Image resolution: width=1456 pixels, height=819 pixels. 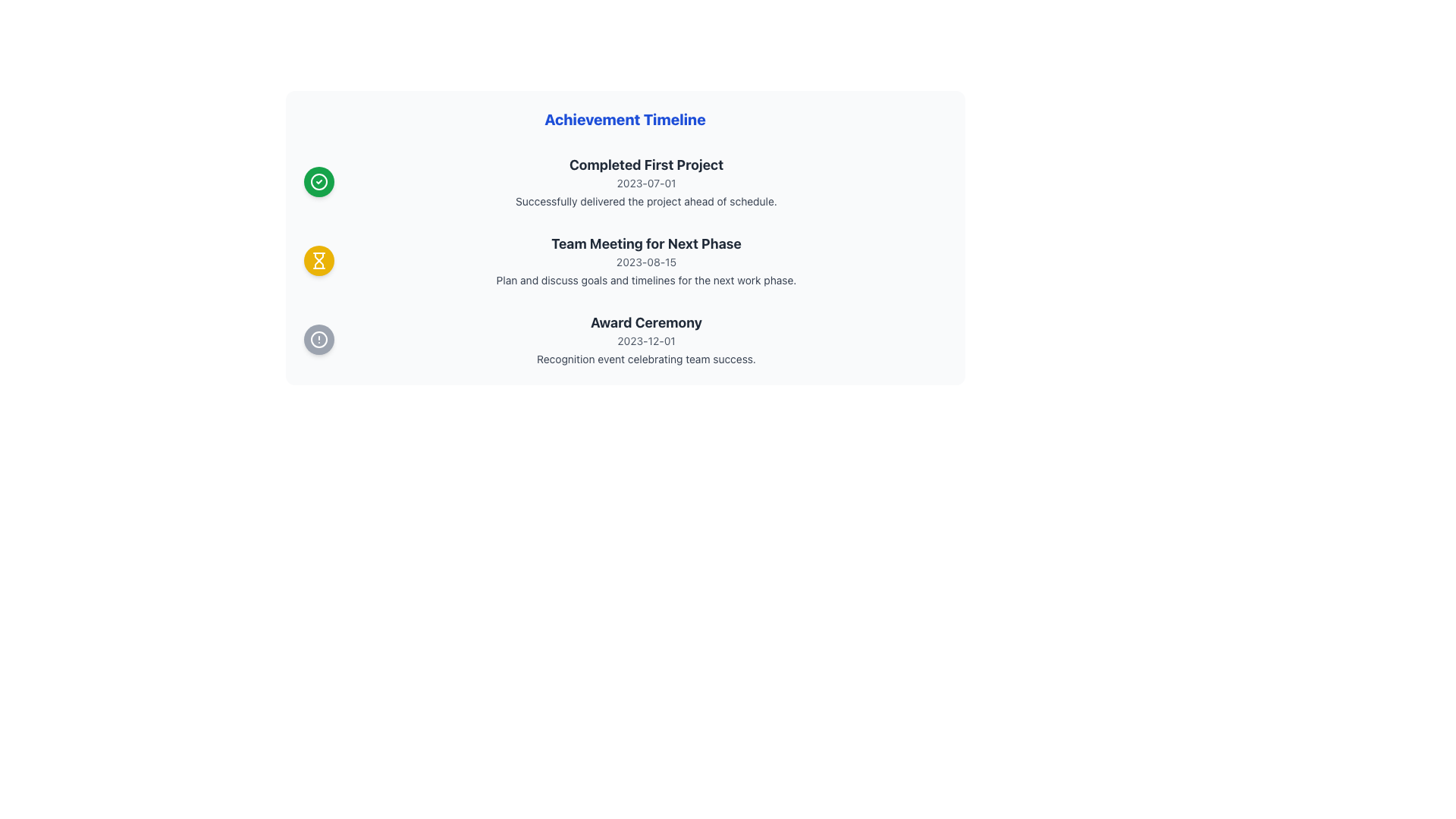 I want to click on the status icon representing the 'Team Meeting for Next Phase' entry in the timeline, located in the second row of the 'Achievement Timeline' card, so click(x=318, y=259).